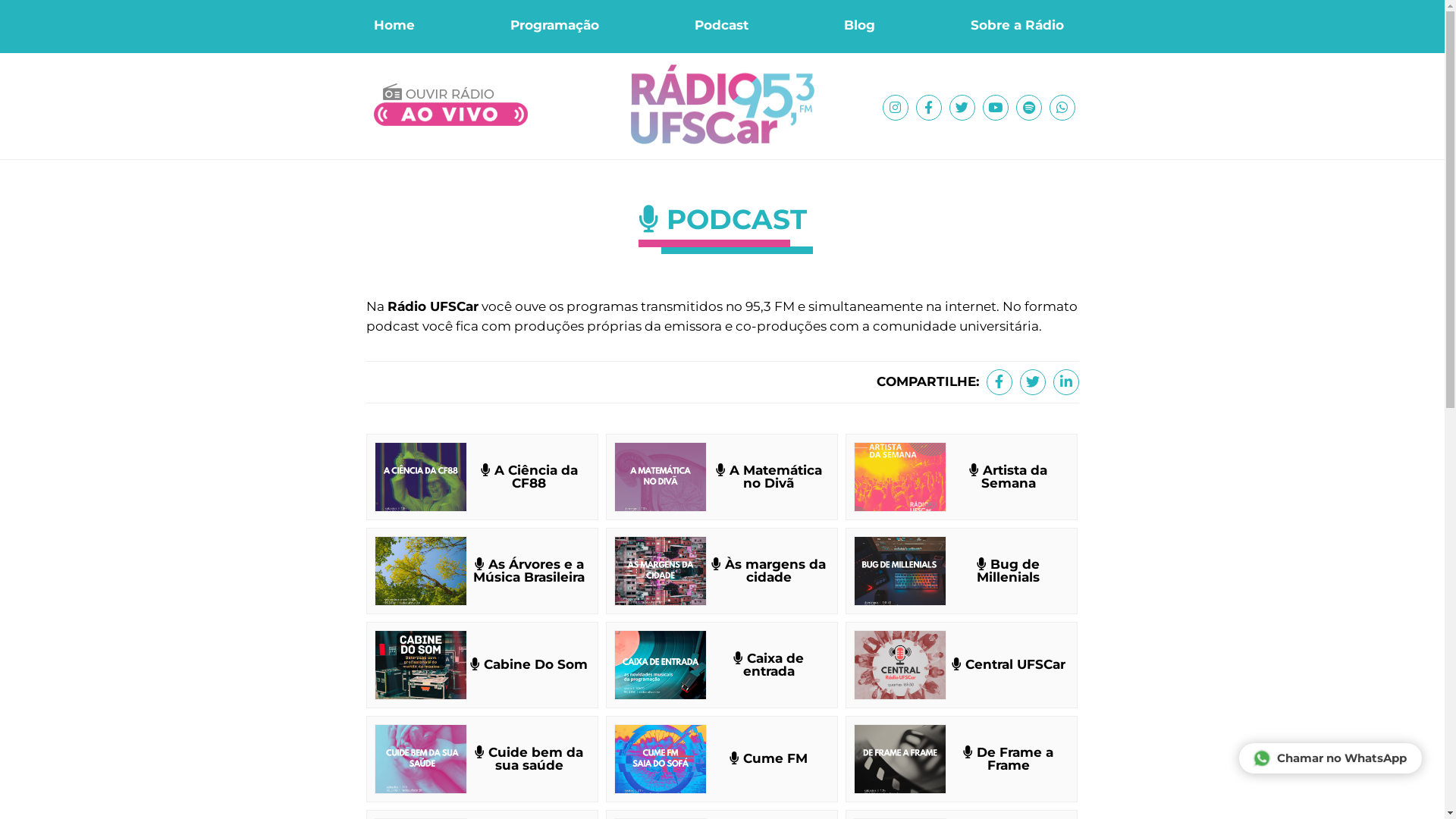 Image resolution: width=1456 pixels, height=819 pixels. Describe the element at coordinates (960, 475) in the screenshot. I see `'Artista da Semana'` at that location.